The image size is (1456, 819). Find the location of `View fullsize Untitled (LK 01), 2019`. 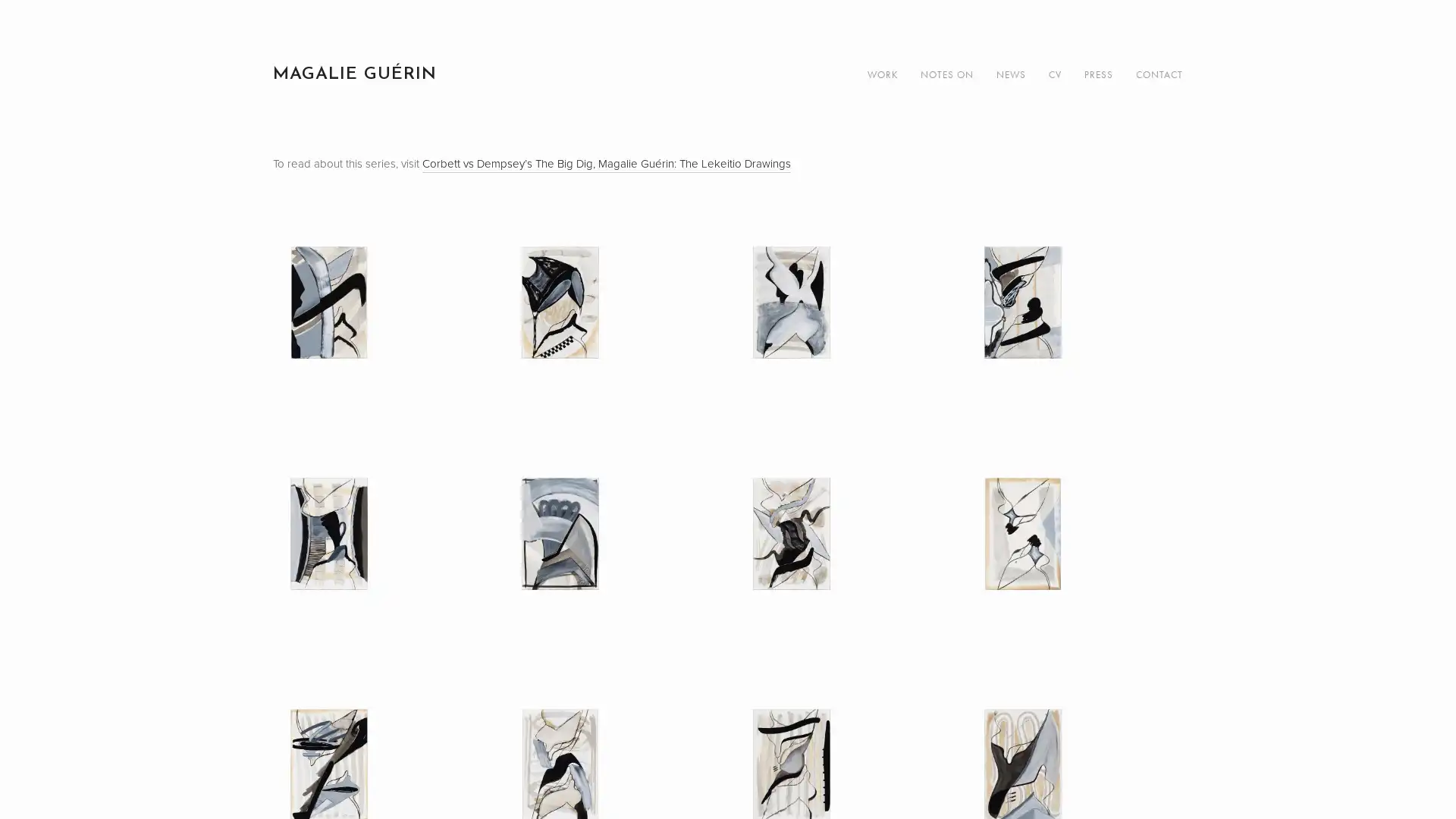

View fullsize Untitled (LK 01), 2019 is located at coordinates (381, 354).